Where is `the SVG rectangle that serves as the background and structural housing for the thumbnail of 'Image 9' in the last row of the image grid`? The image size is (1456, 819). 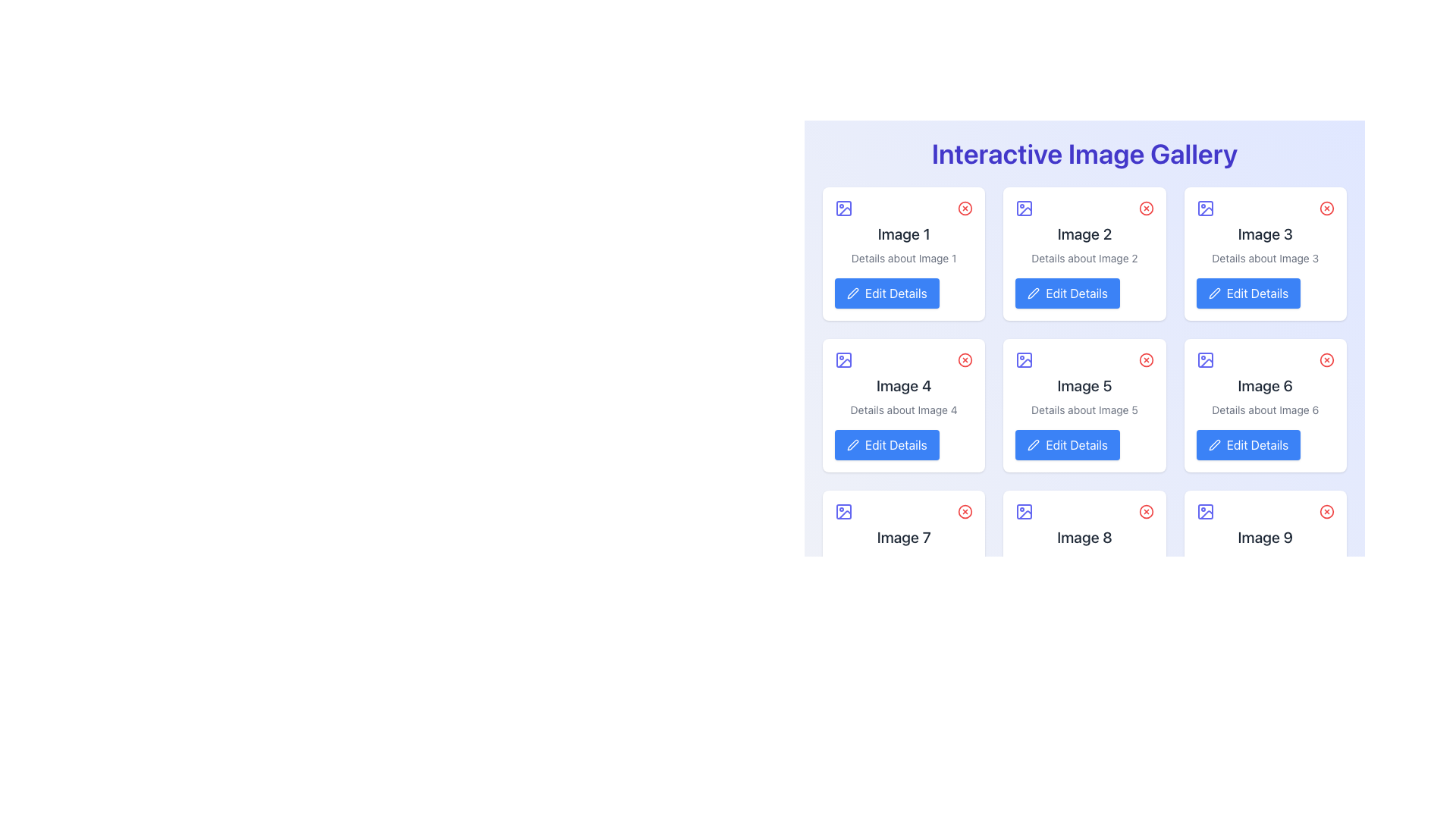
the SVG rectangle that serves as the background and structural housing for the thumbnail of 'Image 9' in the last row of the image grid is located at coordinates (1204, 512).